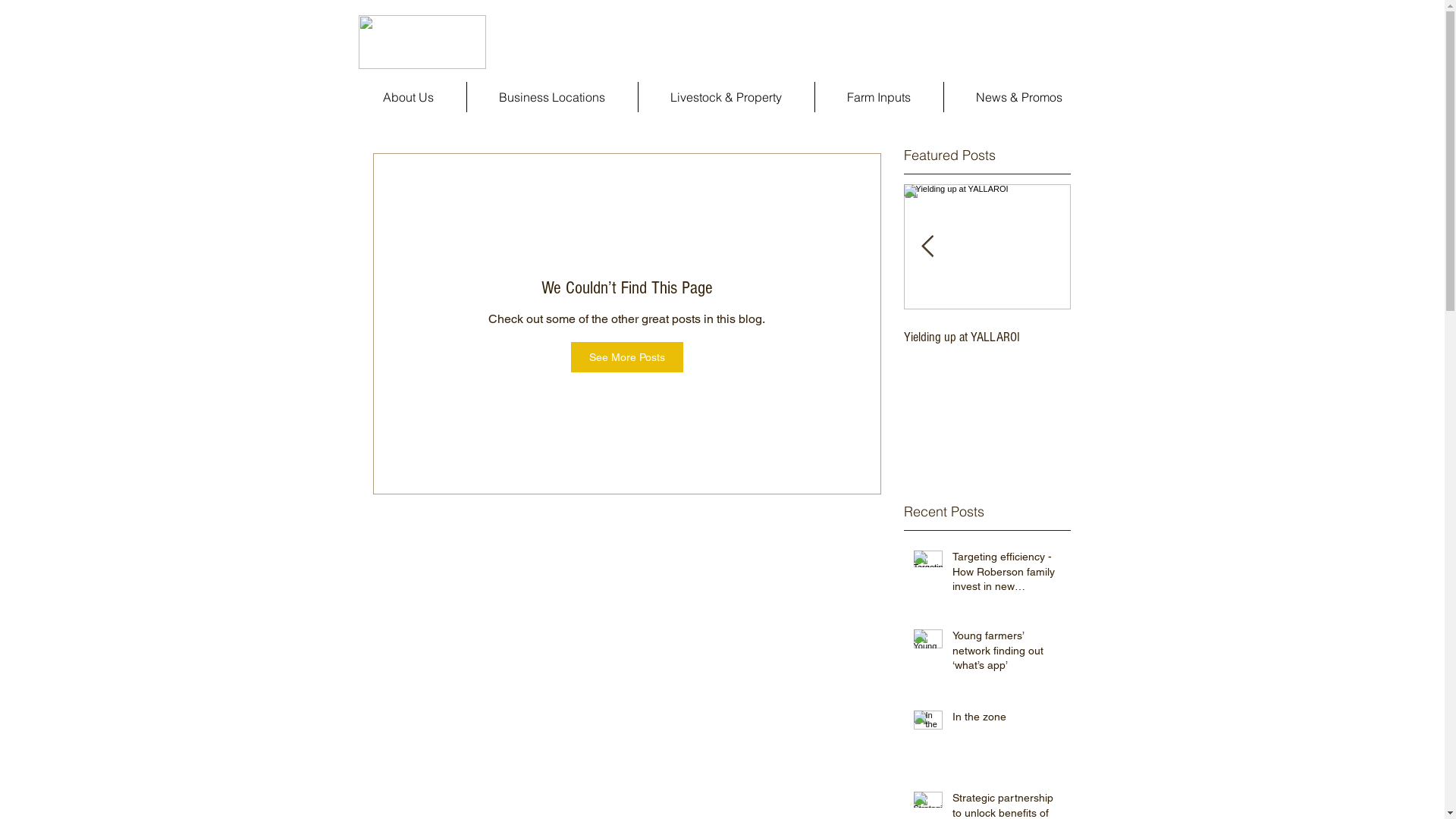 This screenshot has height=819, width=1456. Describe the element at coordinates (551, 96) in the screenshot. I see `'Business Locations'` at that location.